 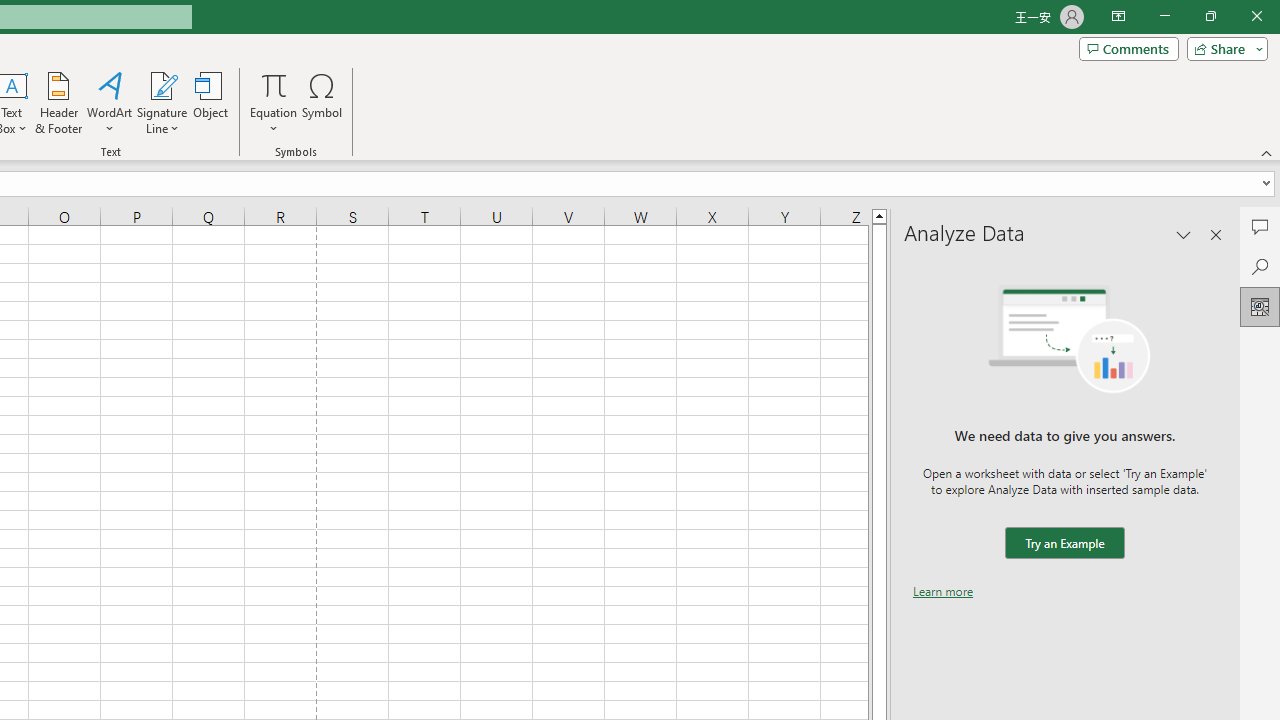 What do you see at coordinates (1259, 266) in the screenshot?
I see `'Search'` at bounding box center [1259, 266].